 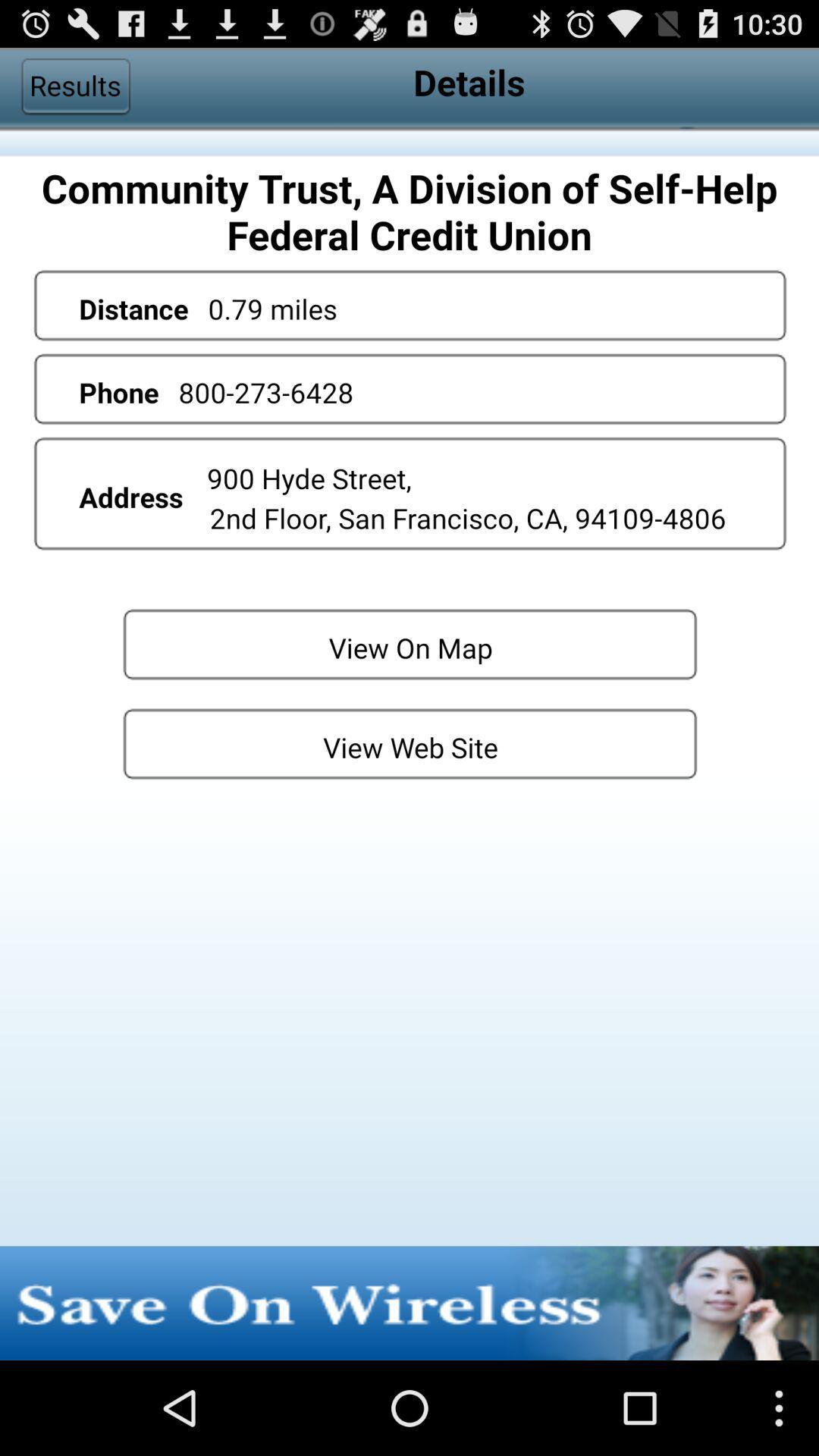 What do you see at coordinates (265, 392) in the screenshot?
I see `800-273-6428 app` at bounding box center [265, 392].